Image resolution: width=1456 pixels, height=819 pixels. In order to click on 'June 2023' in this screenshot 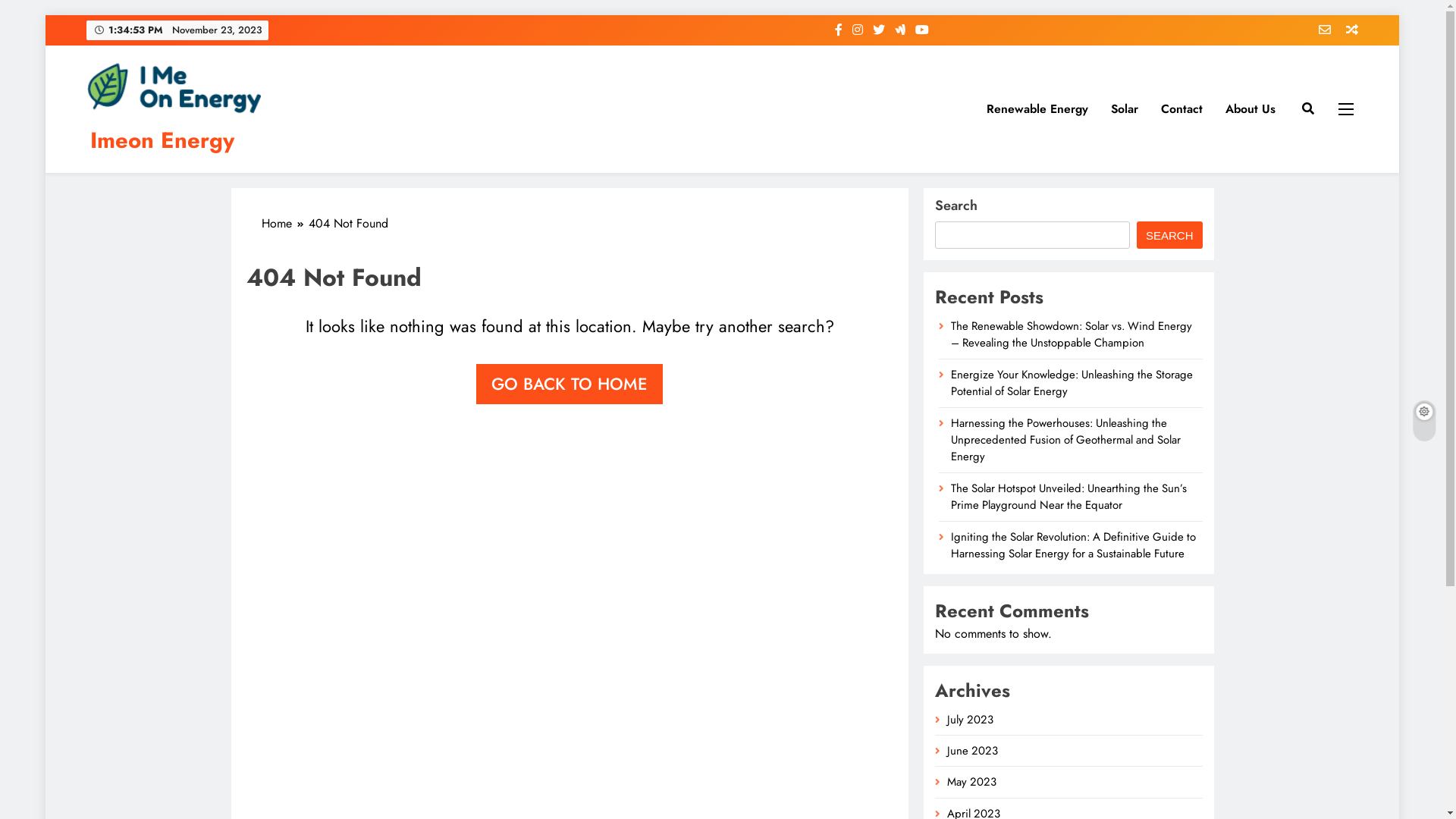, I will do `click(972, 751)`.